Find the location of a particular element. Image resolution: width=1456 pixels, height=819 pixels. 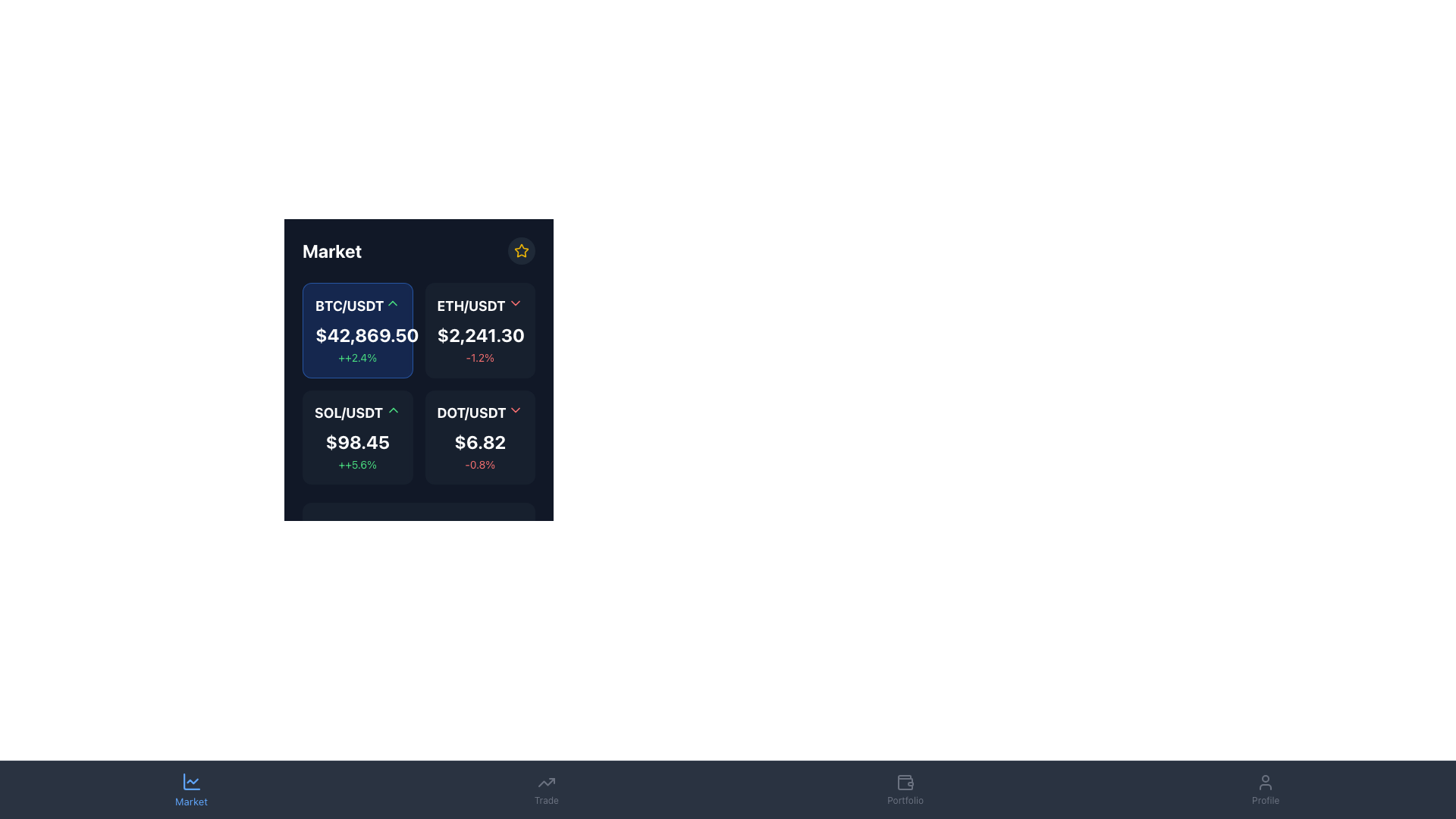

the text label displaying the trading pair 'BTC/USDT' located in the top-left cell of the cryptocurrency pairs grid in the 'Market' section is located at coordinates (349, 306).